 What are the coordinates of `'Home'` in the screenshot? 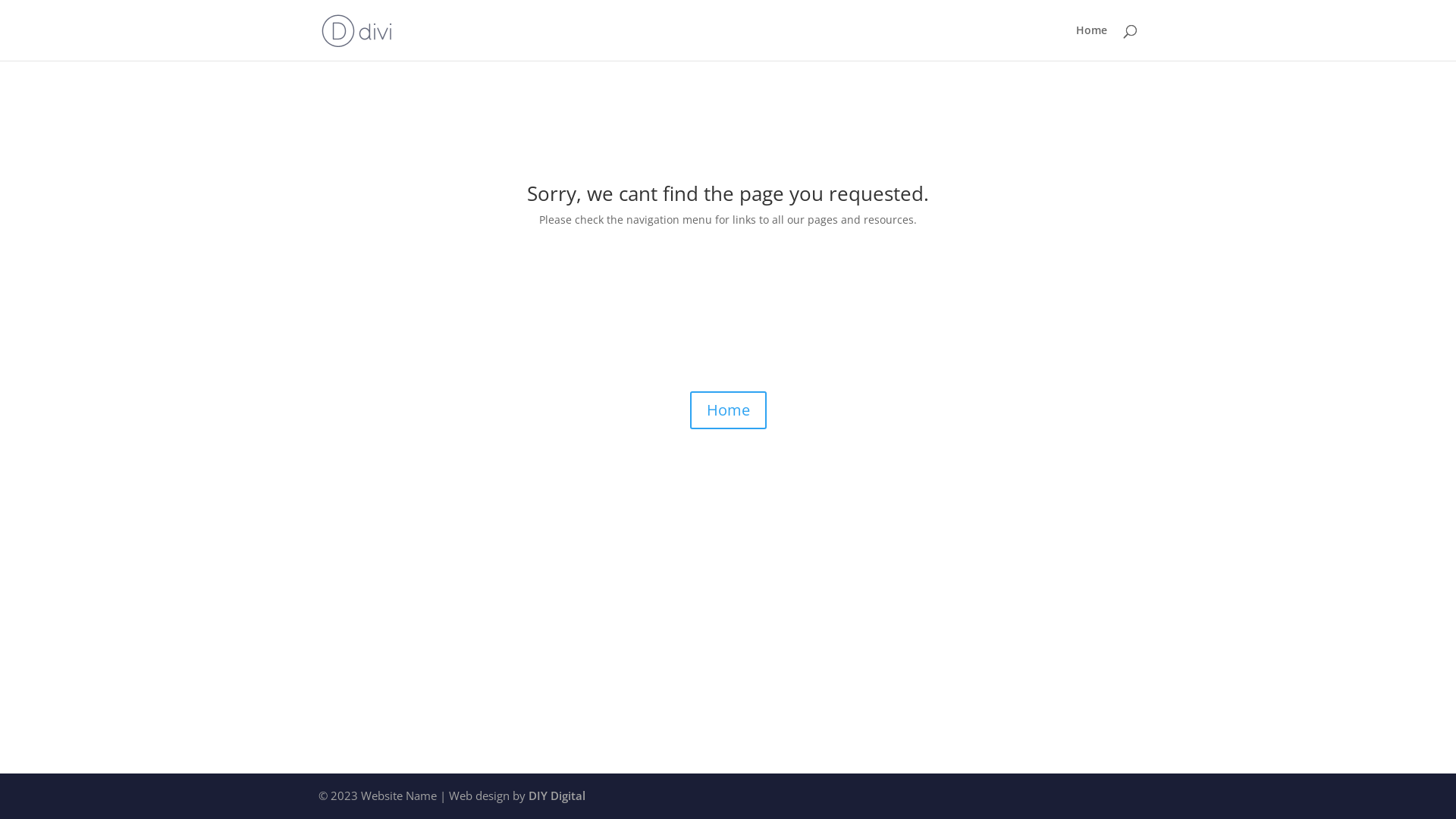 It's located at (1090, 42).